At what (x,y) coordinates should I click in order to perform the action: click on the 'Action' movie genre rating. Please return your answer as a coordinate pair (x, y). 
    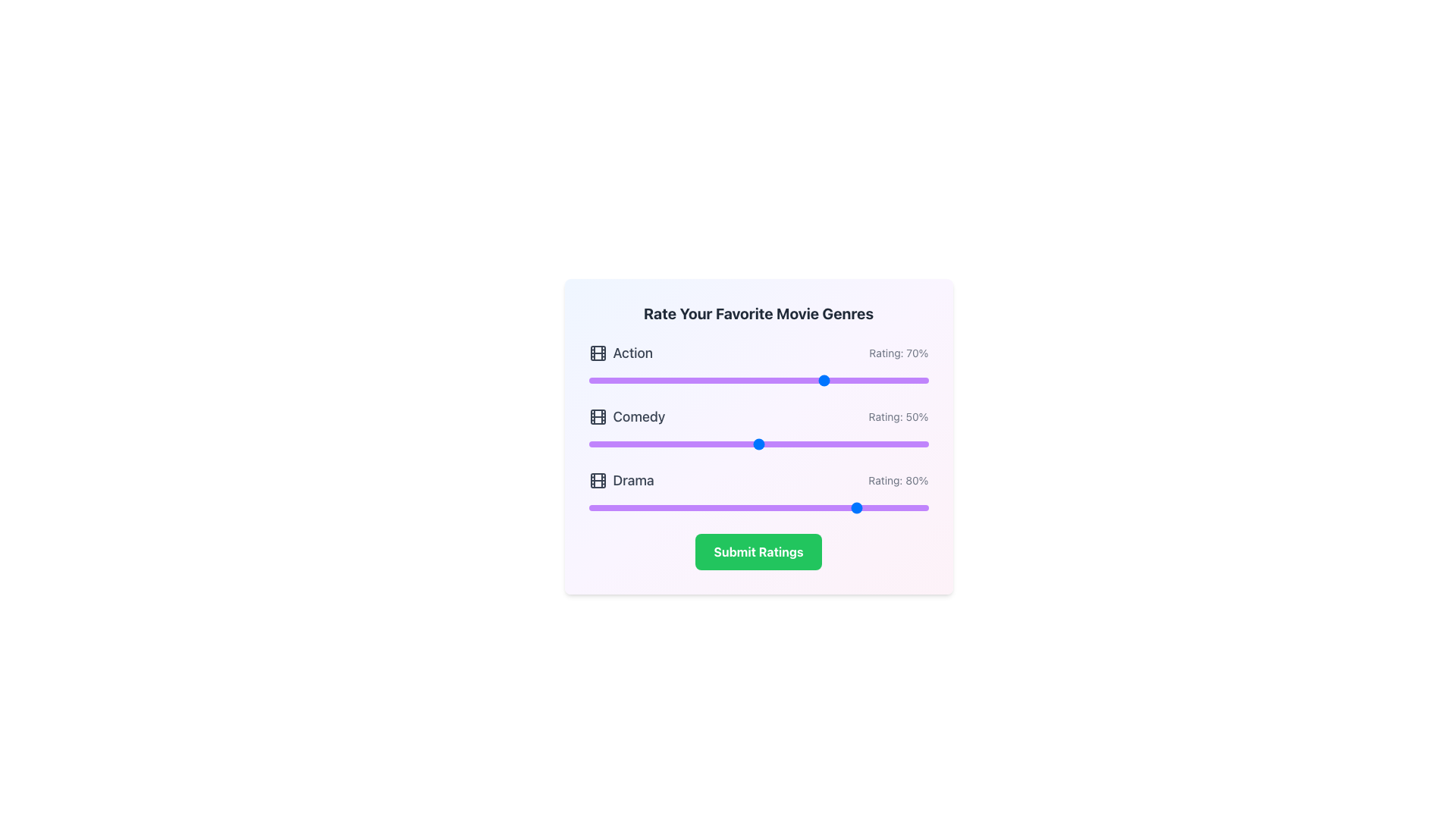
    Looking at the image, I should click on (710, 379).